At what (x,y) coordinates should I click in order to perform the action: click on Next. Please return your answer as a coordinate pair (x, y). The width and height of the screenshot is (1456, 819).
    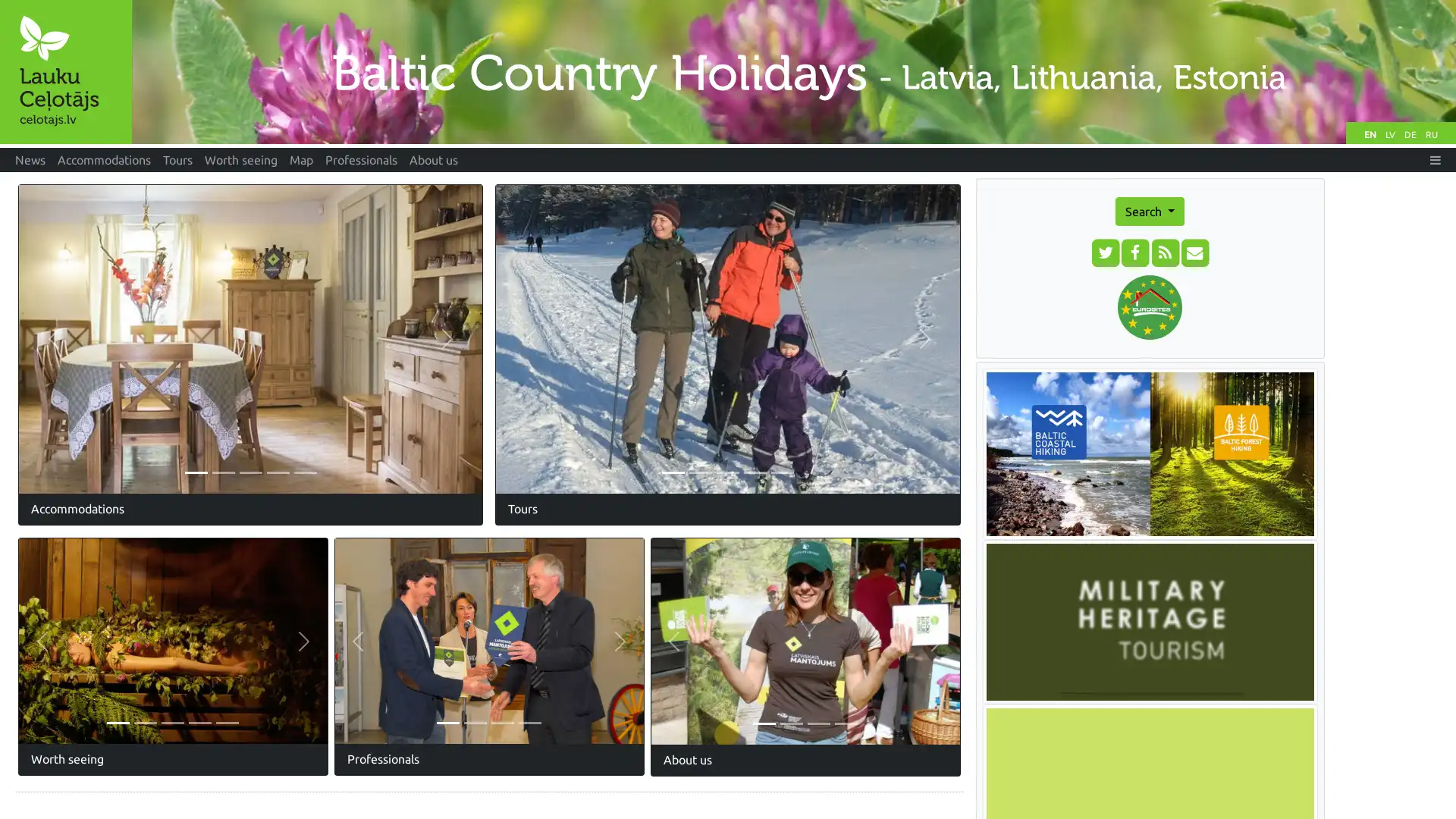
    Looking at the image, I should click on (935, 641).